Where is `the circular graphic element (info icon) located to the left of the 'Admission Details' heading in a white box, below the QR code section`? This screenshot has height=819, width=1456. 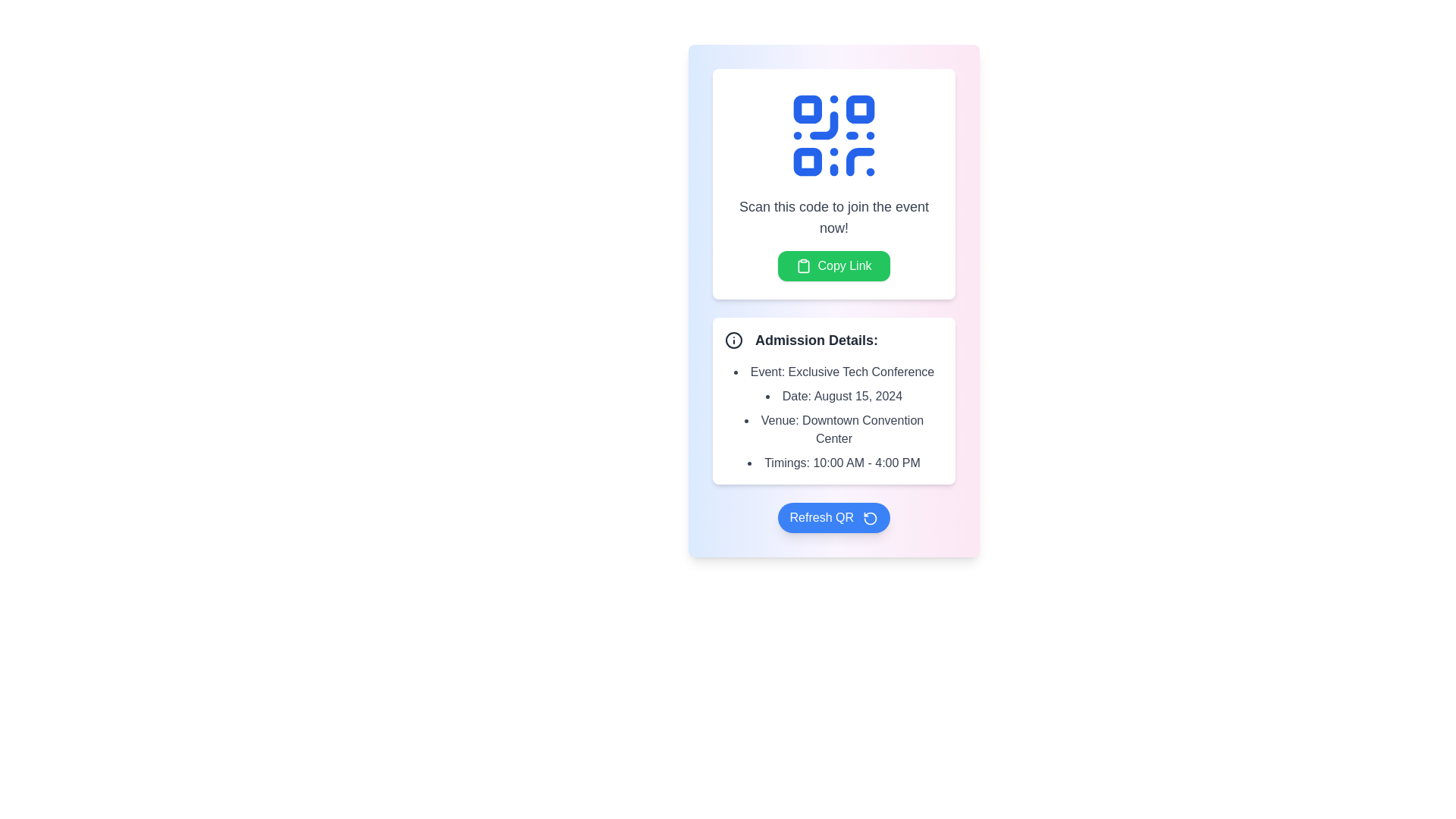
the circular graphic element (info icon) located to the left of the 'Admission Details' heading in a white box, below the QR code section is located at coordinates (734, 339).